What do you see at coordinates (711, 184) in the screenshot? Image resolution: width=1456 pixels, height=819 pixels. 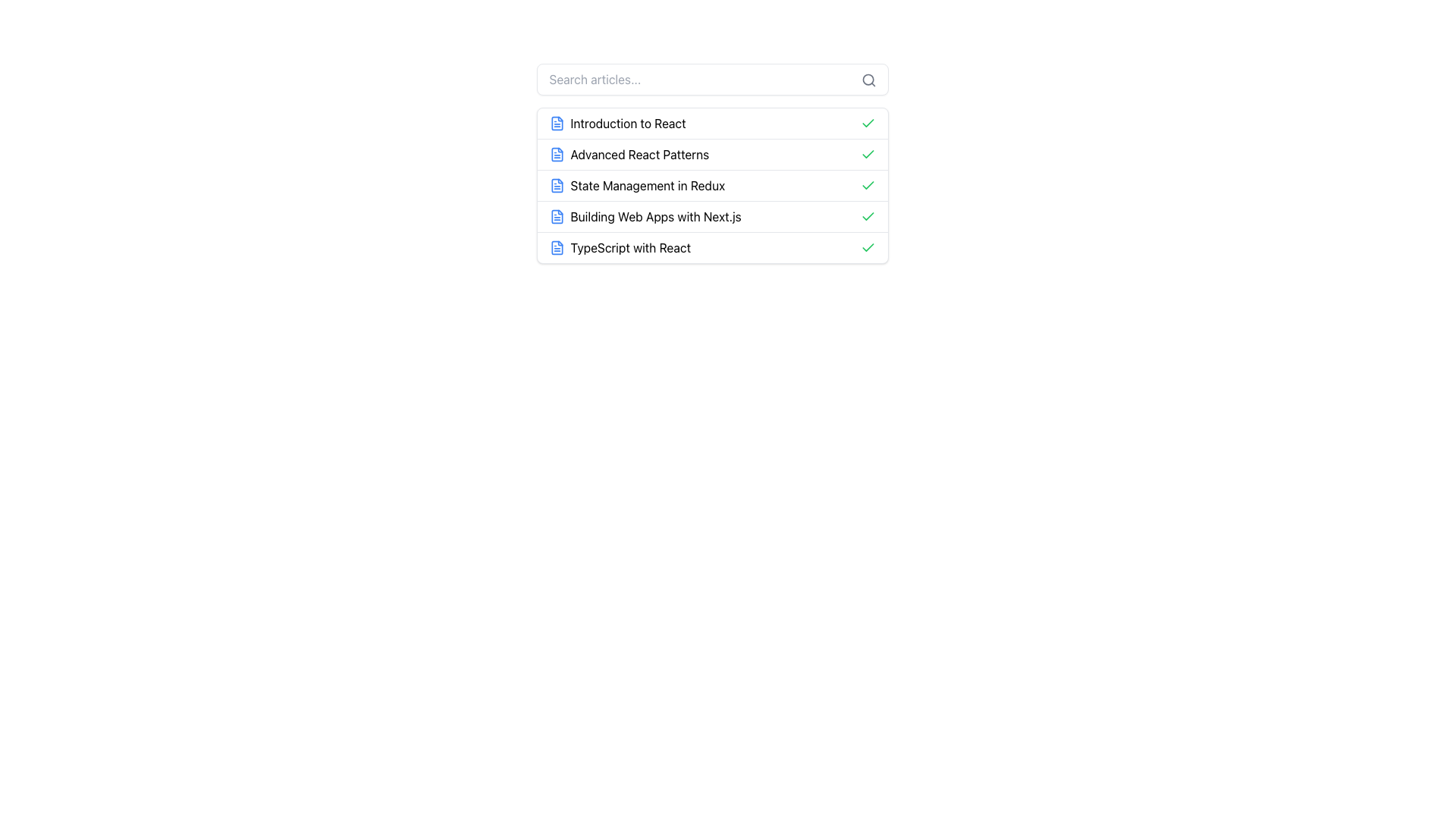 I see `the selectable list item containing the text 'State Management in Redux'` at bounding box center [711, 184].